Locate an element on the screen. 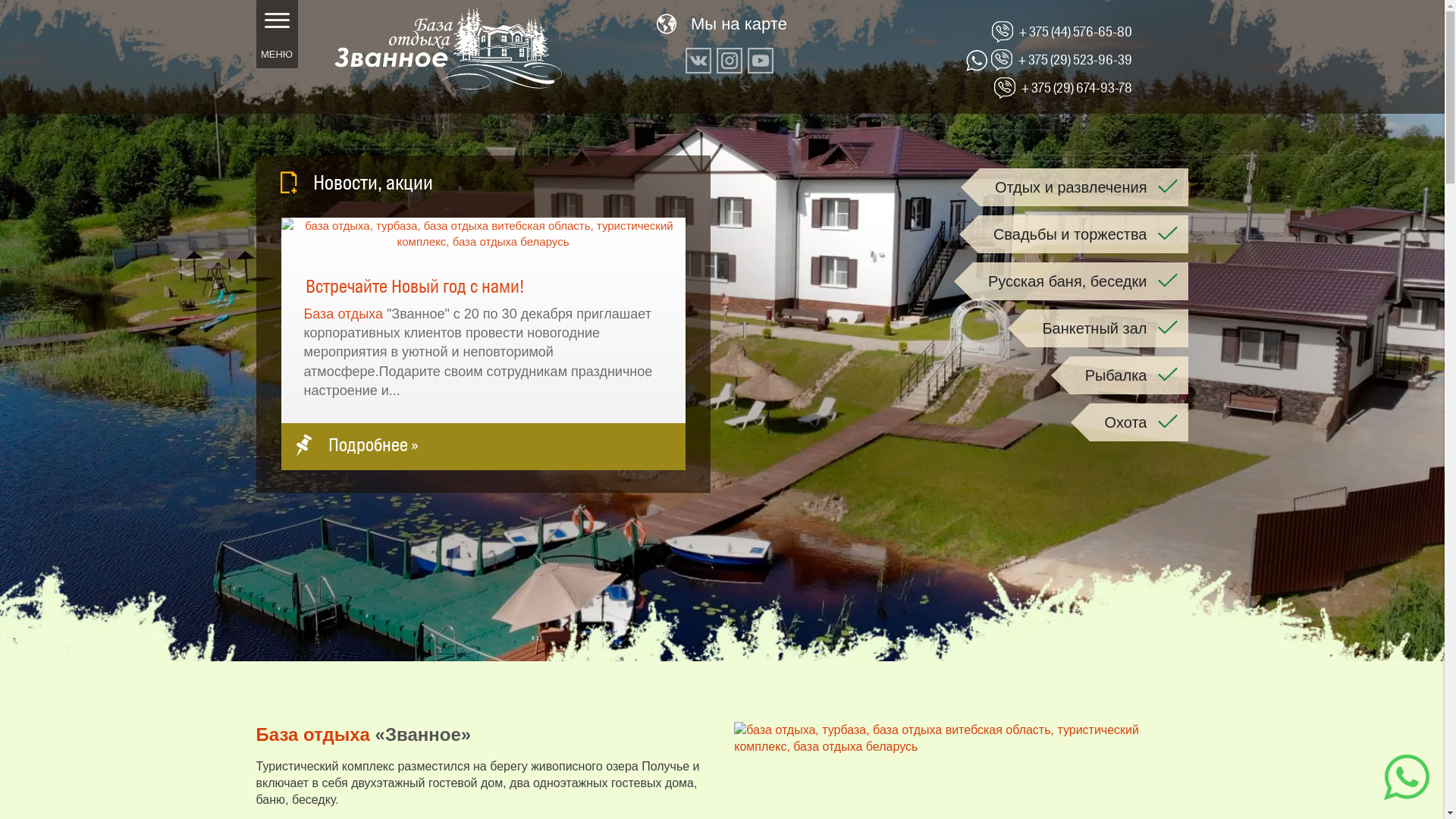 The height and width of the screenshot is (819, 1456). '+ 375 (44) 576-65-80' is located at coordinates (1019, 31).